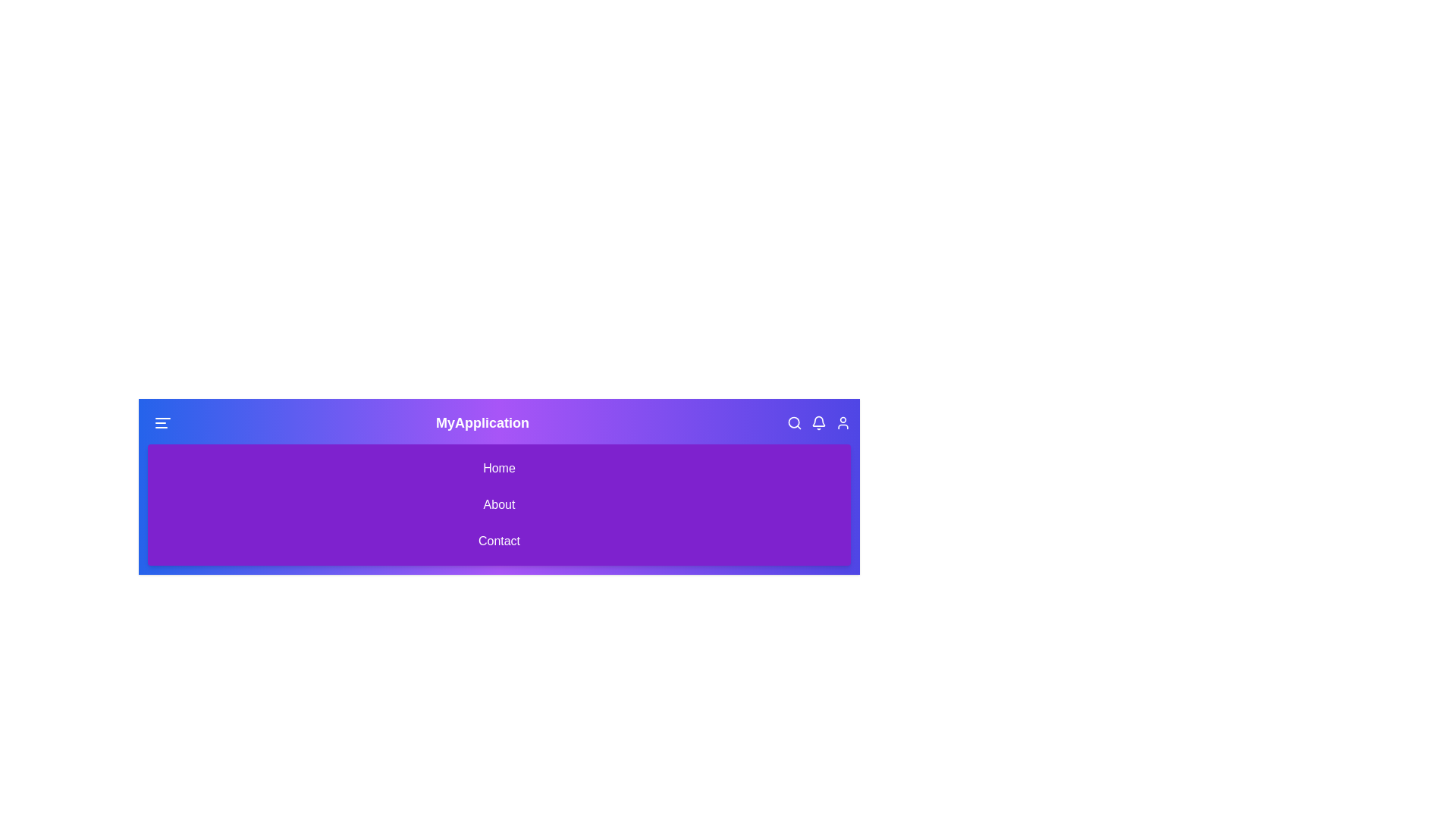 The image size is (1456, 819). I want to click on the search icon to initiate the search functionality, so click(793, 423).